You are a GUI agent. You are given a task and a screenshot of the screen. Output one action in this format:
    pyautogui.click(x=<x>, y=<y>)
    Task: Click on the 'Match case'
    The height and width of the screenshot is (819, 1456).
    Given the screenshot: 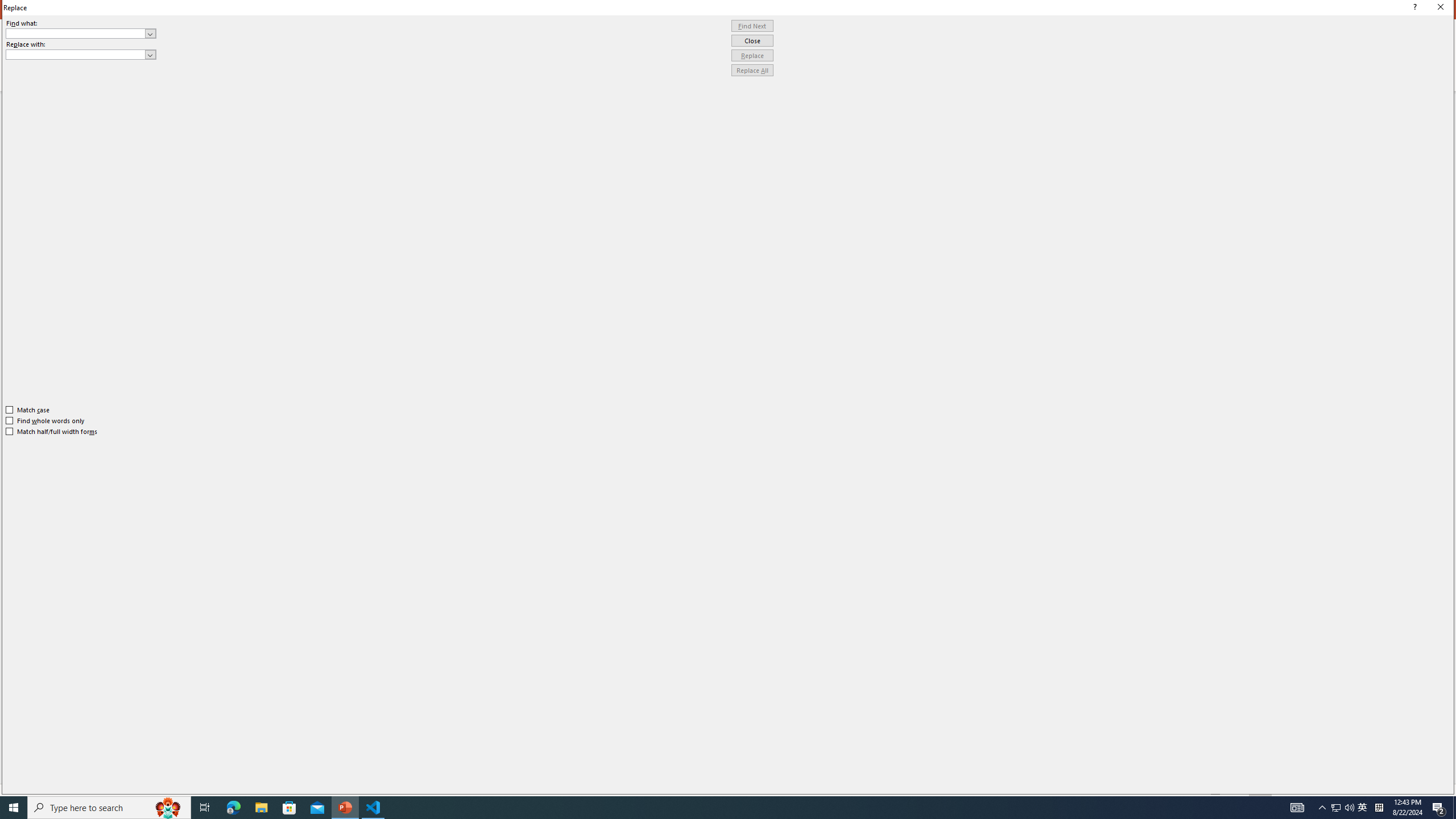 What is the action you would take?
    pyautogui.click(x=27, y=409)
    